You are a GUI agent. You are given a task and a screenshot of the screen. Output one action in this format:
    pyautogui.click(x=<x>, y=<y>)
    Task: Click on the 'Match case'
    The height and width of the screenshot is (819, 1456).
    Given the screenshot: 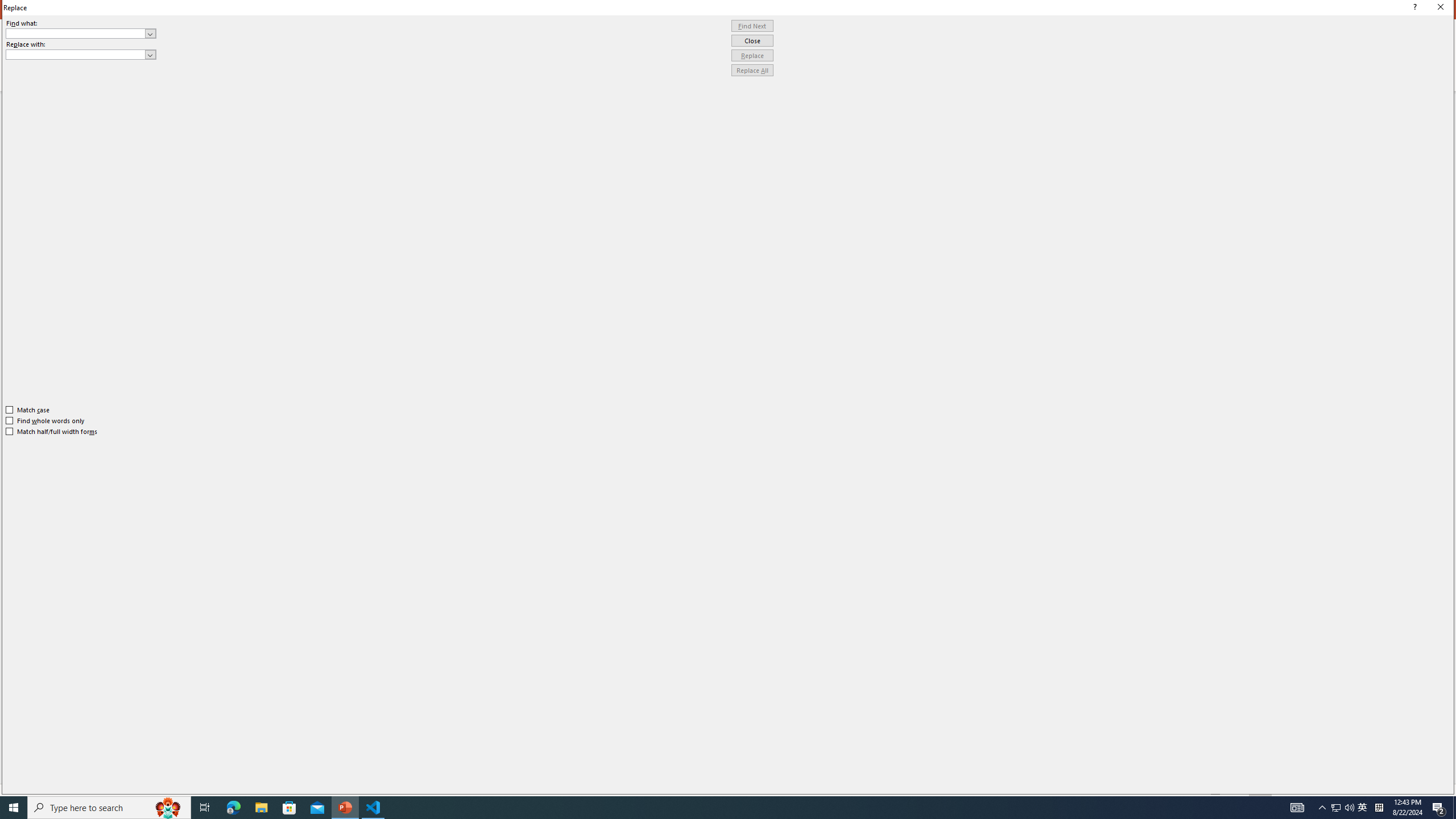 What is the action you would take?
    pyautogui.click(x=27, y=409)
    